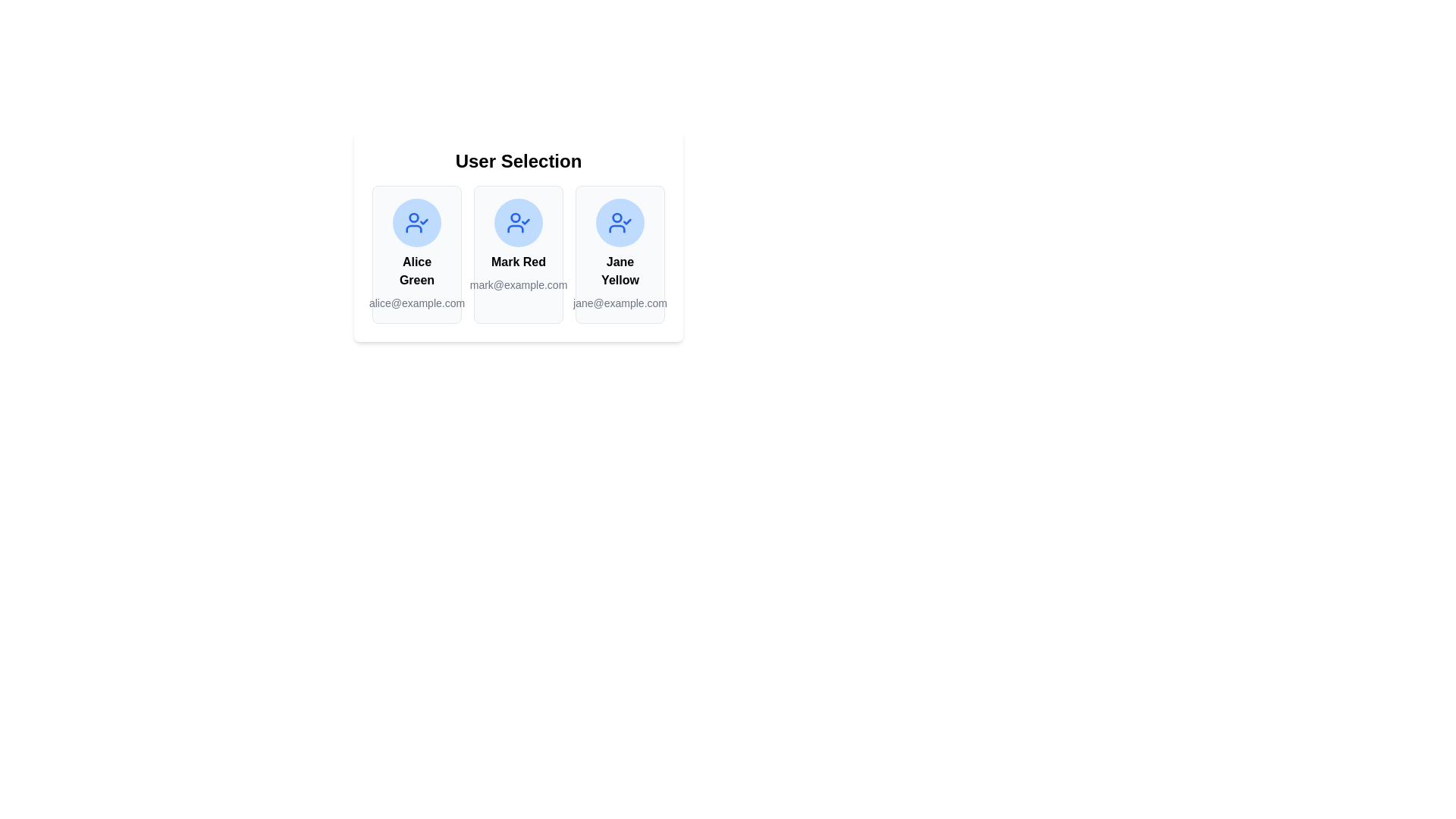 The image size is (1456, 819). I want to click on the Icon component with a circular light blue background that depicts a user with a checkmark, located above the title 'Jane Yellow' in the third user card from the left, so click(620, 222).